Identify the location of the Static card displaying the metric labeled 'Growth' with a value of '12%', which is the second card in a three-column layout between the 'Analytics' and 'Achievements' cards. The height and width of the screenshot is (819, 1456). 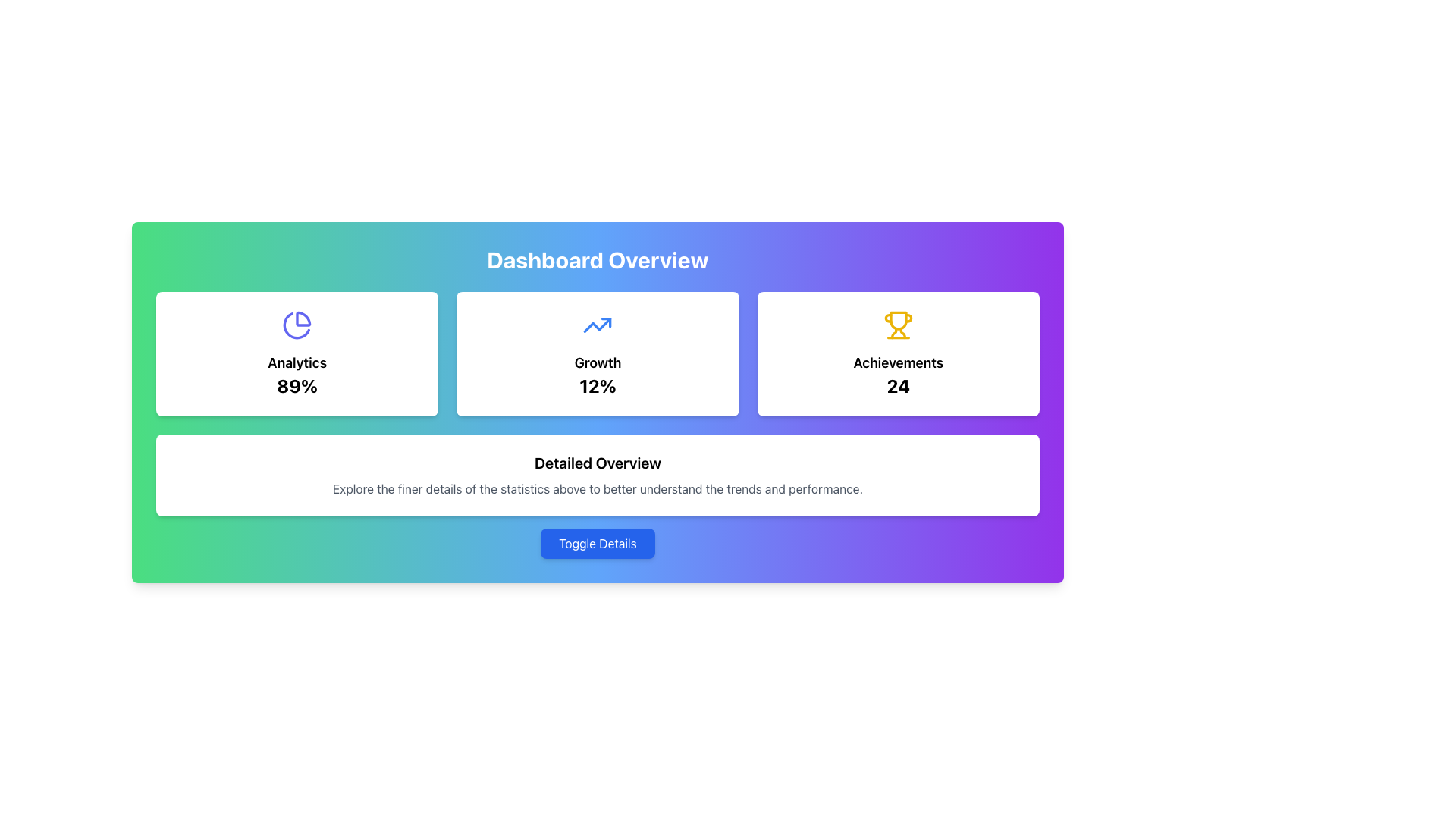
(597, 353).